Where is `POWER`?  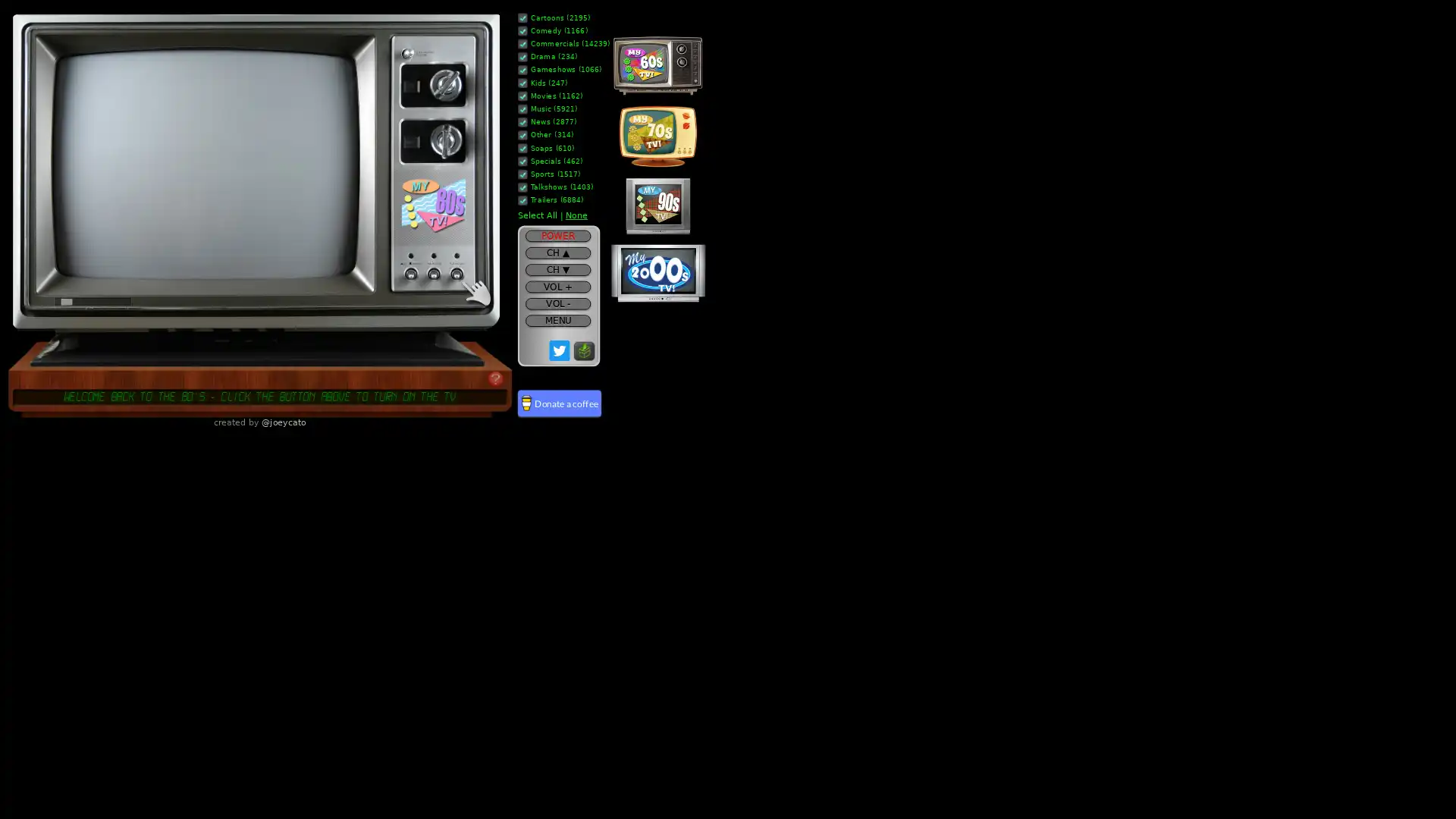 POWER is located at coordinates (557, 236).